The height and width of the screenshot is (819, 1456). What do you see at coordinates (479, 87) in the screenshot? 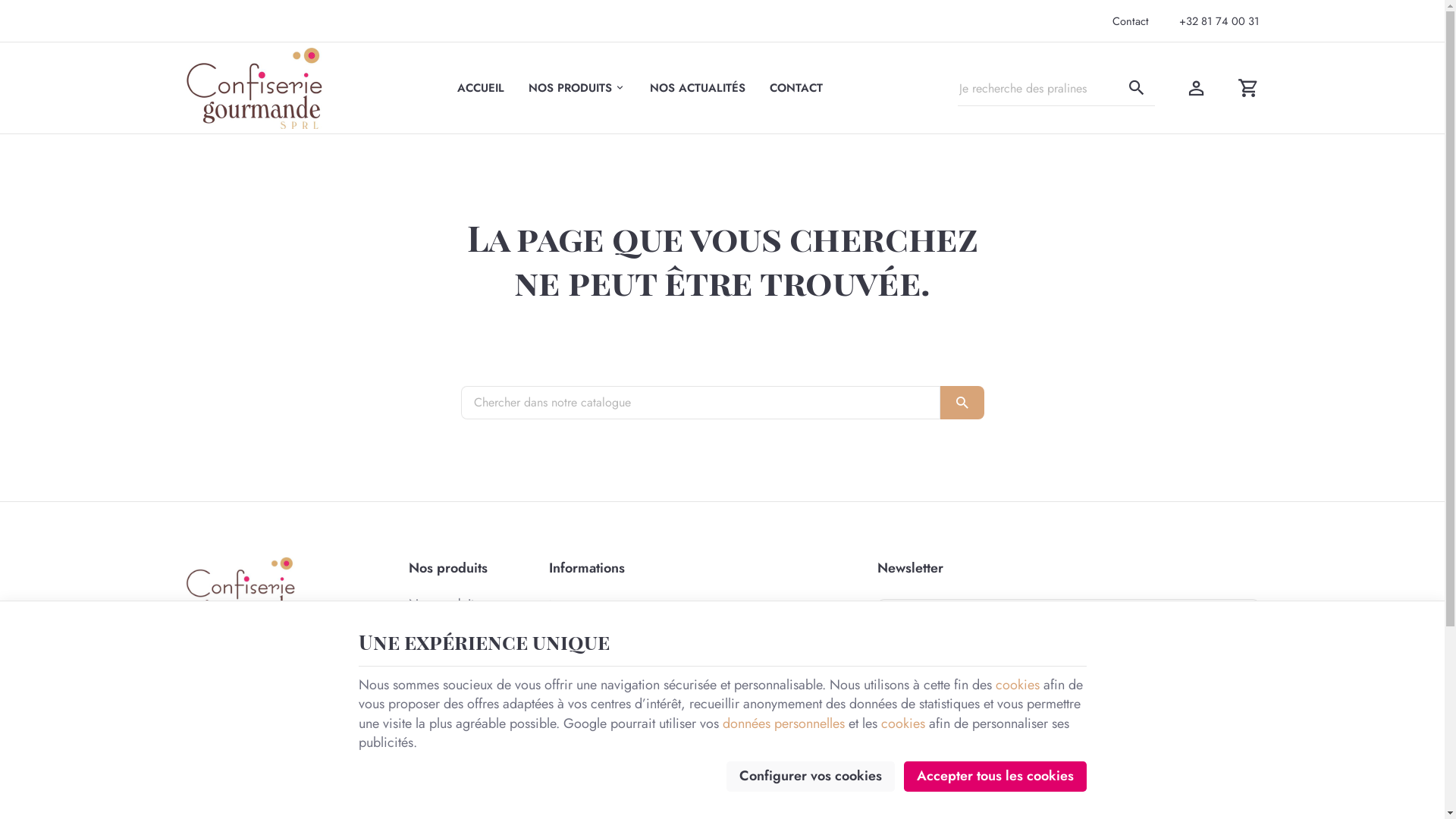
I see `'ACCUEIL'` at bounding box center [479, 87].